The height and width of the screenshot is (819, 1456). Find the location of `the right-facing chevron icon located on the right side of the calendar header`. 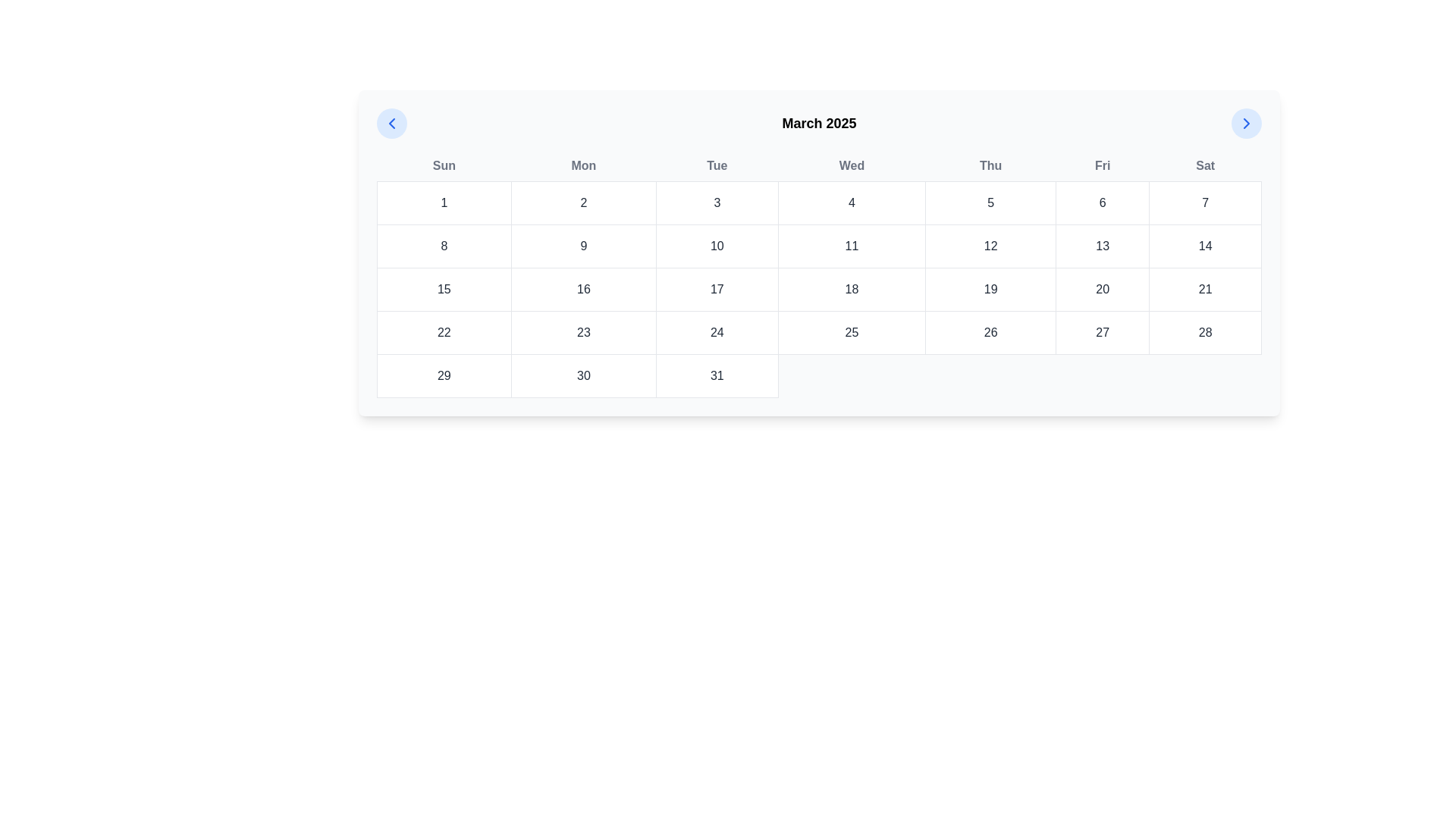

the right-facing chevron icon located on the right side of the calendar header is located at coordinates (1246, 122).